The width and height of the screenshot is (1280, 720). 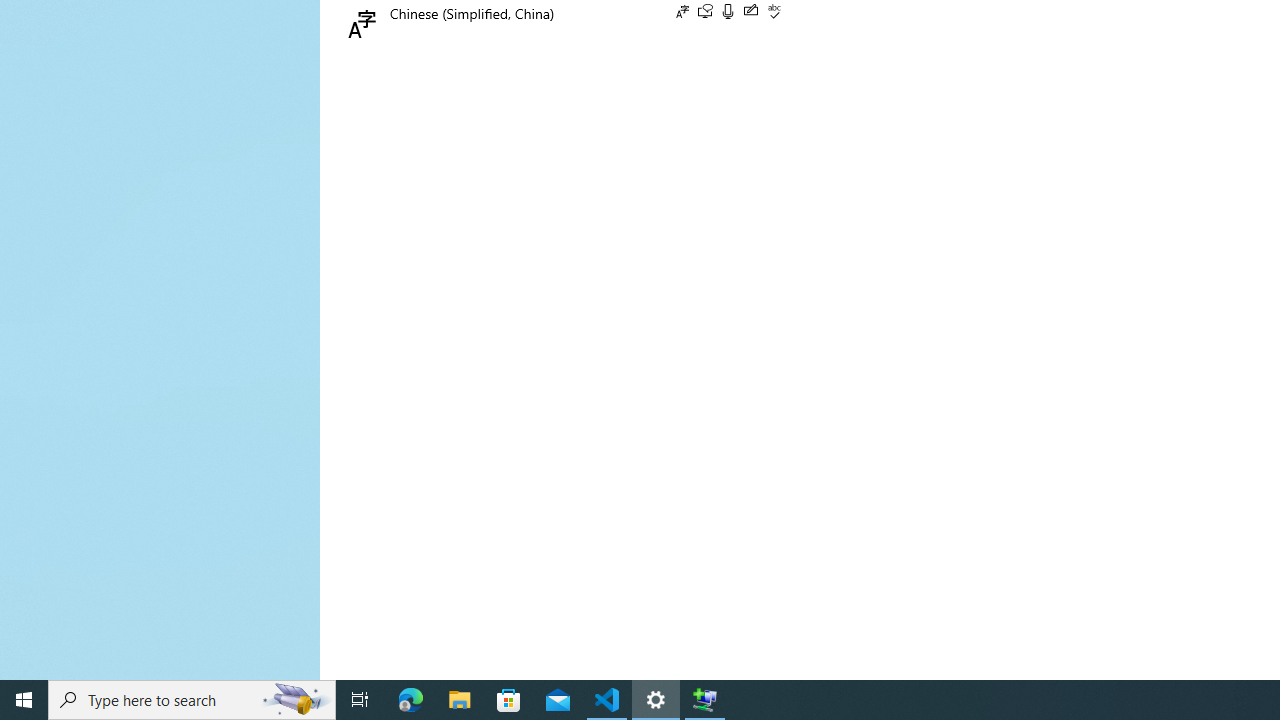 What do you see at coordinates (656, 698) in the screenshot?
I see `'Settings - 1 running window'` at bounding box center [656, 698].